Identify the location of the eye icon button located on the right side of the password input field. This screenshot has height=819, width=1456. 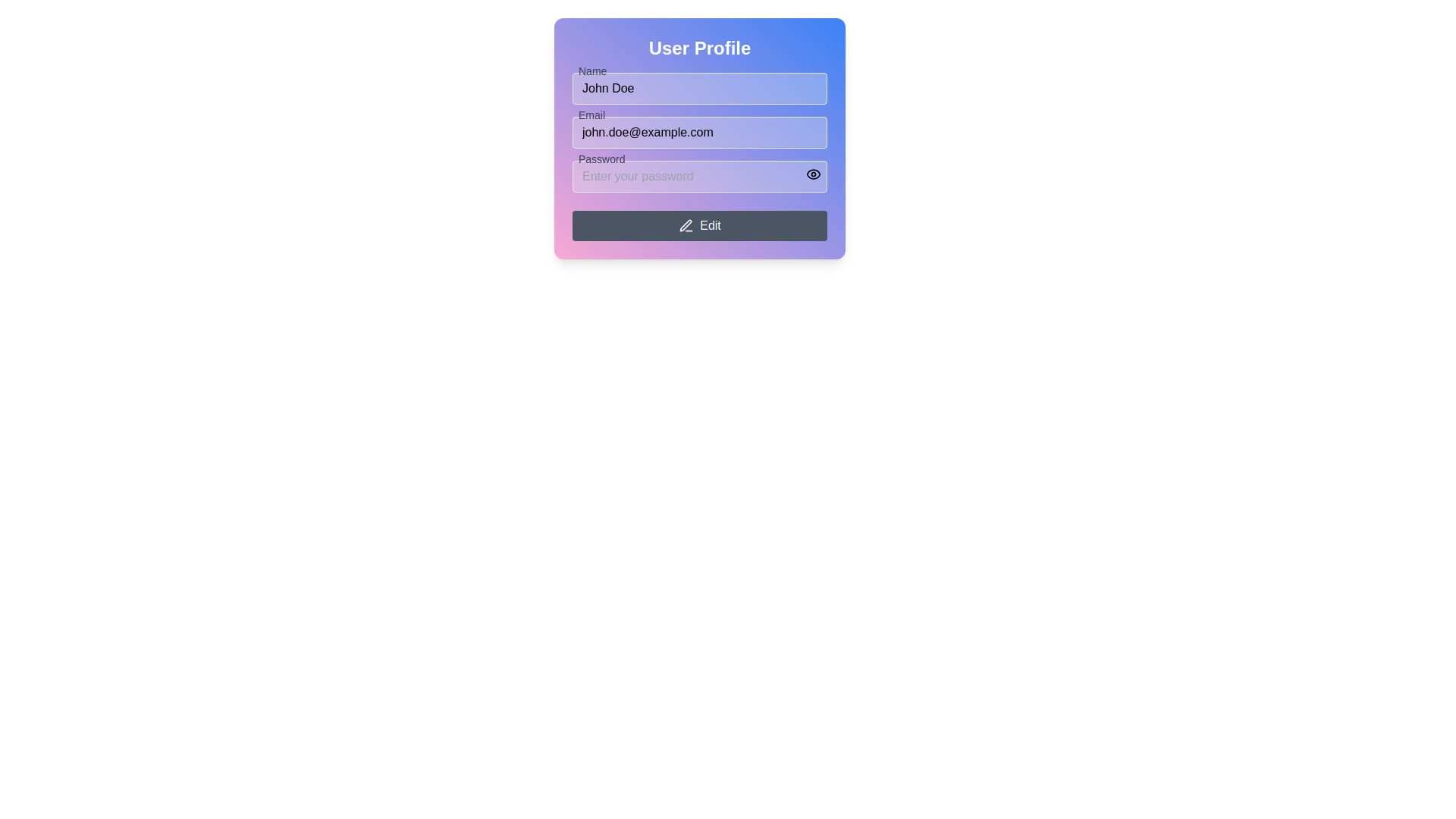
(813, 174).